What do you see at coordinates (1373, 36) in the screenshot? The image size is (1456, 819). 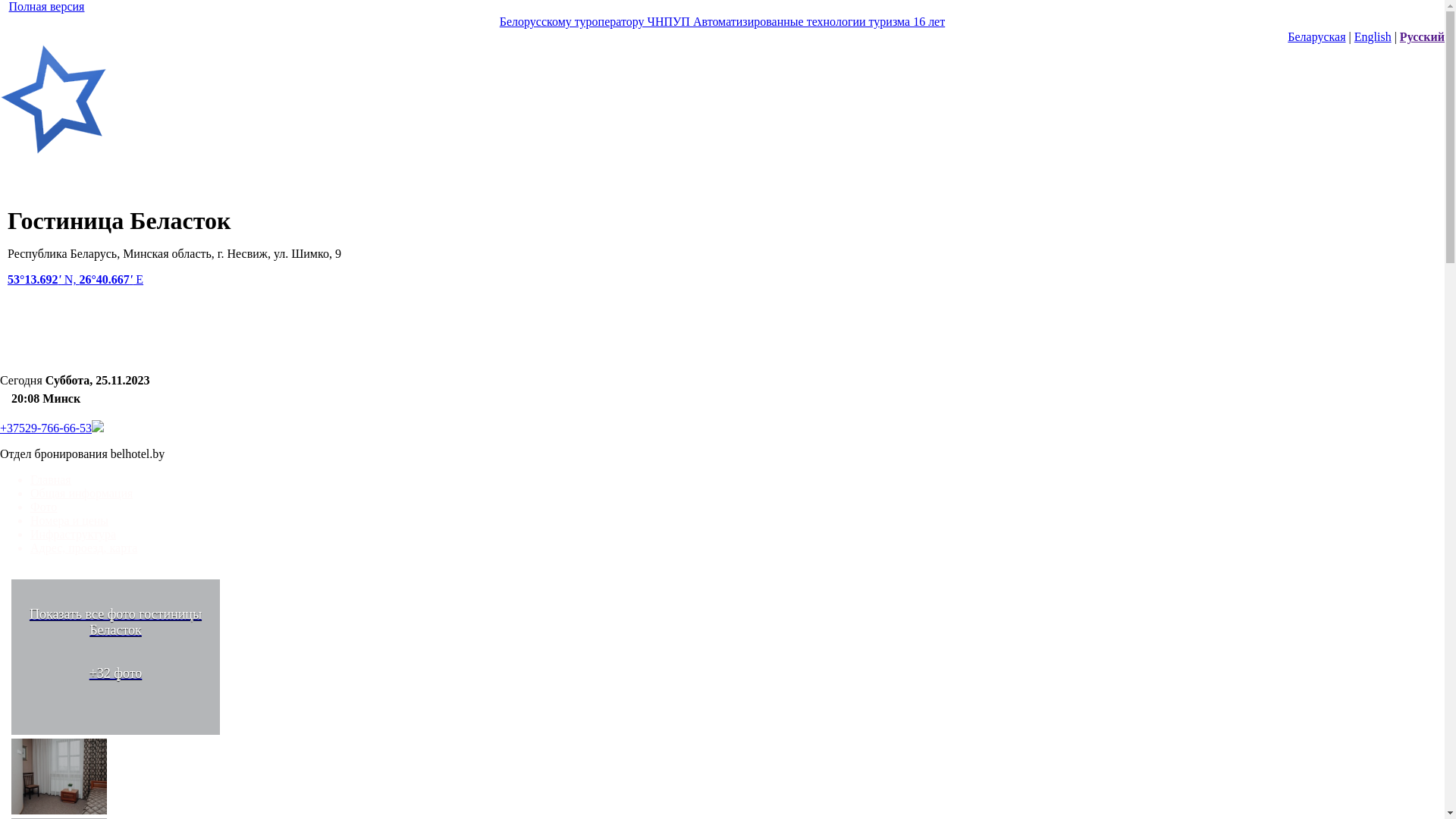 I see `'English'` at bounding box center [1373, 36].